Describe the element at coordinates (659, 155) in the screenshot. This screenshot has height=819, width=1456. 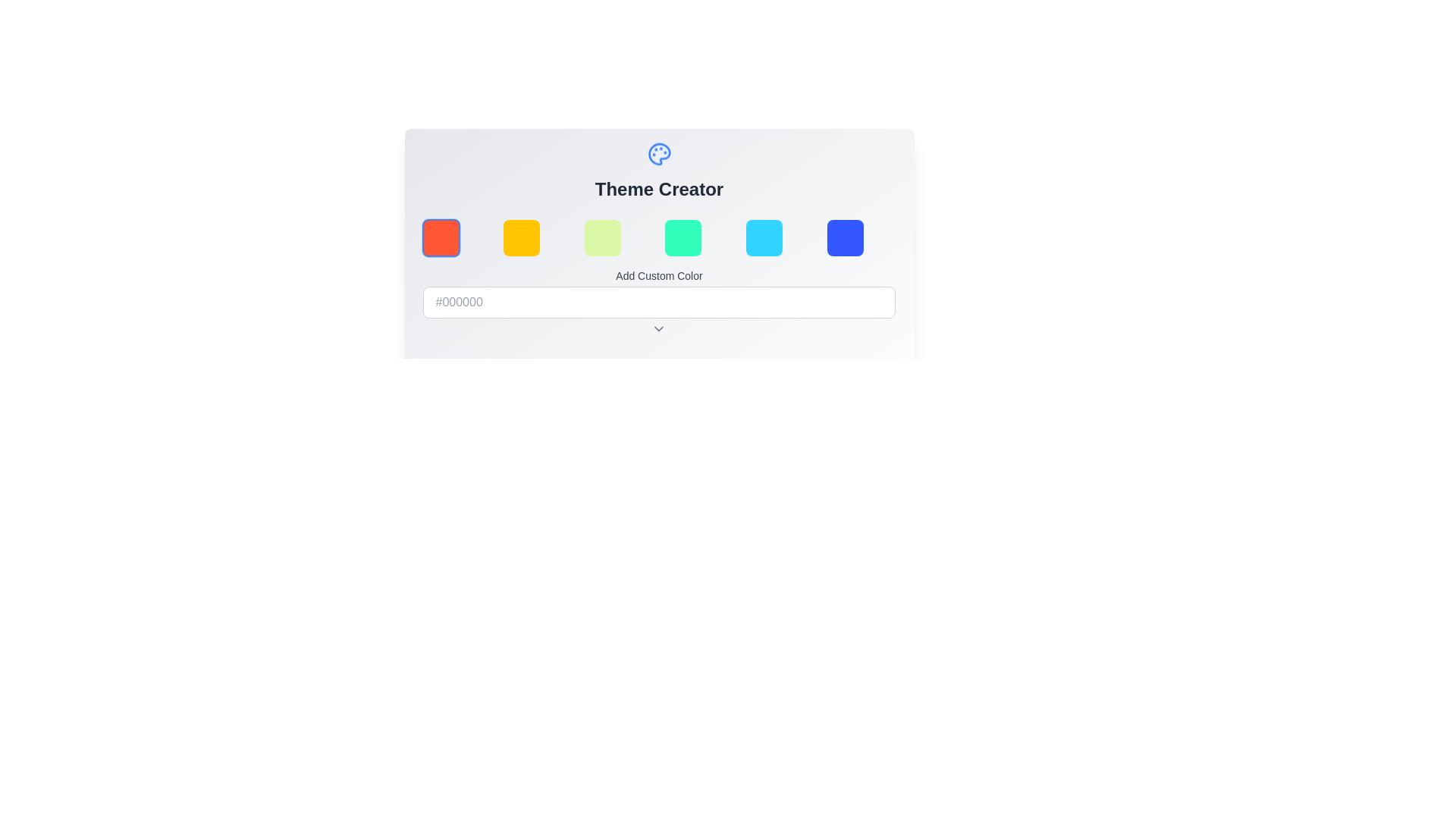
I see `the theme creation icon, which is centered horizontally above the 'Theme Creator' text label, for recognition` at that location.